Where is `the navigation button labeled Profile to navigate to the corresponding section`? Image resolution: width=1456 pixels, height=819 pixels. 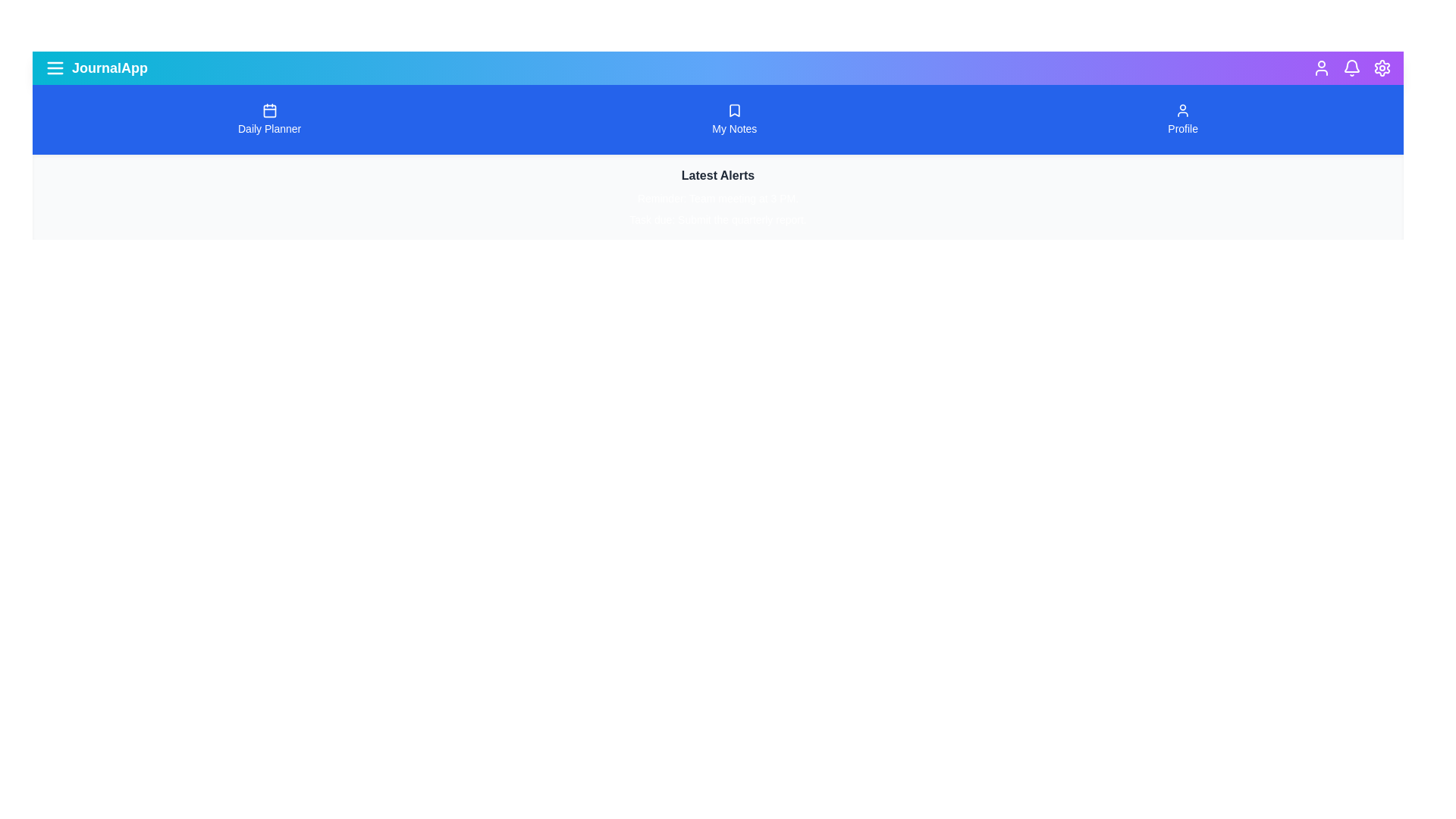
the navigation button labeled Profile to navigate to the corresponding section is located at coordinates (1182, 119).